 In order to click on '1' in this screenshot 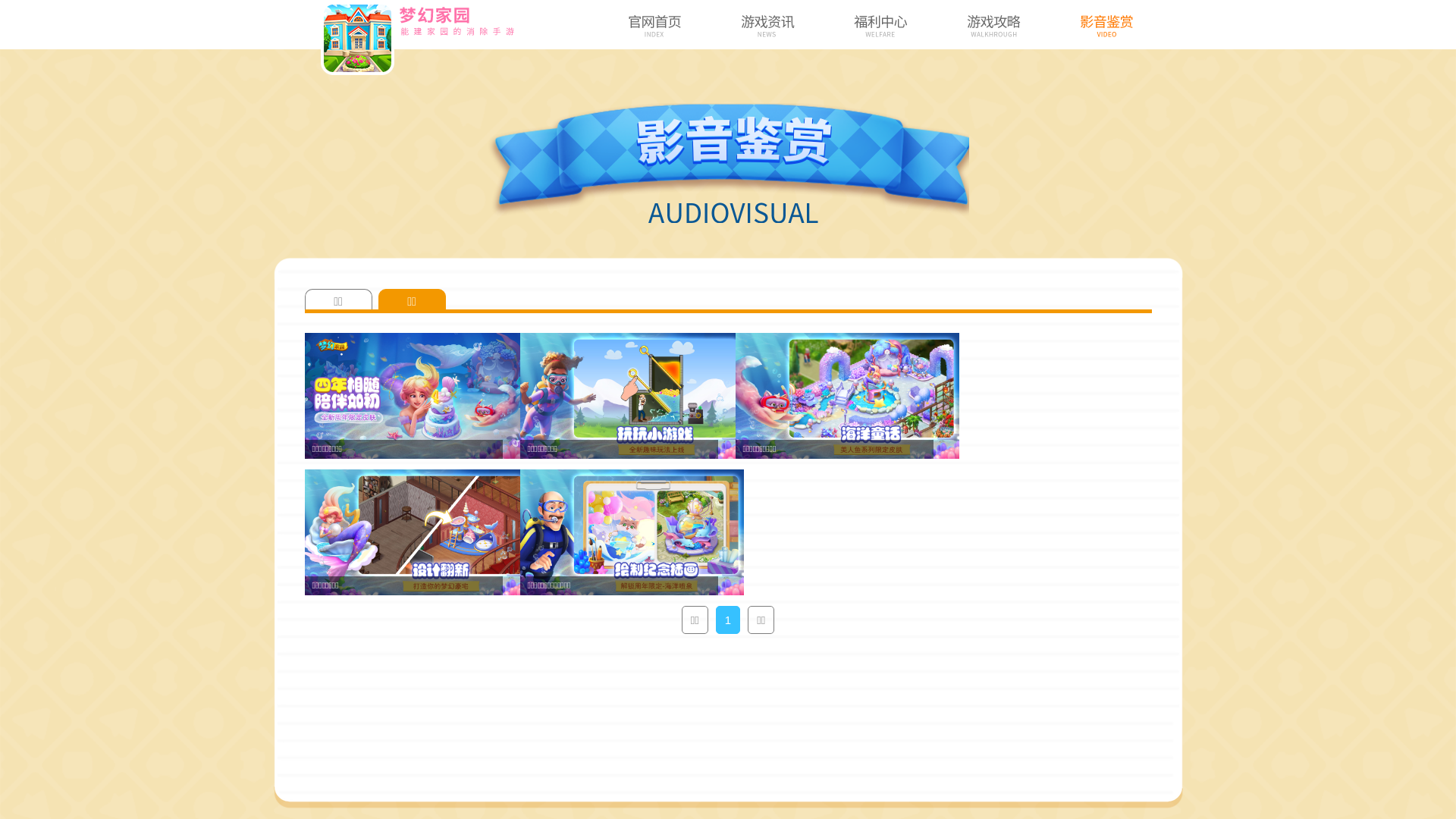, I will do `click(728, 620)`.